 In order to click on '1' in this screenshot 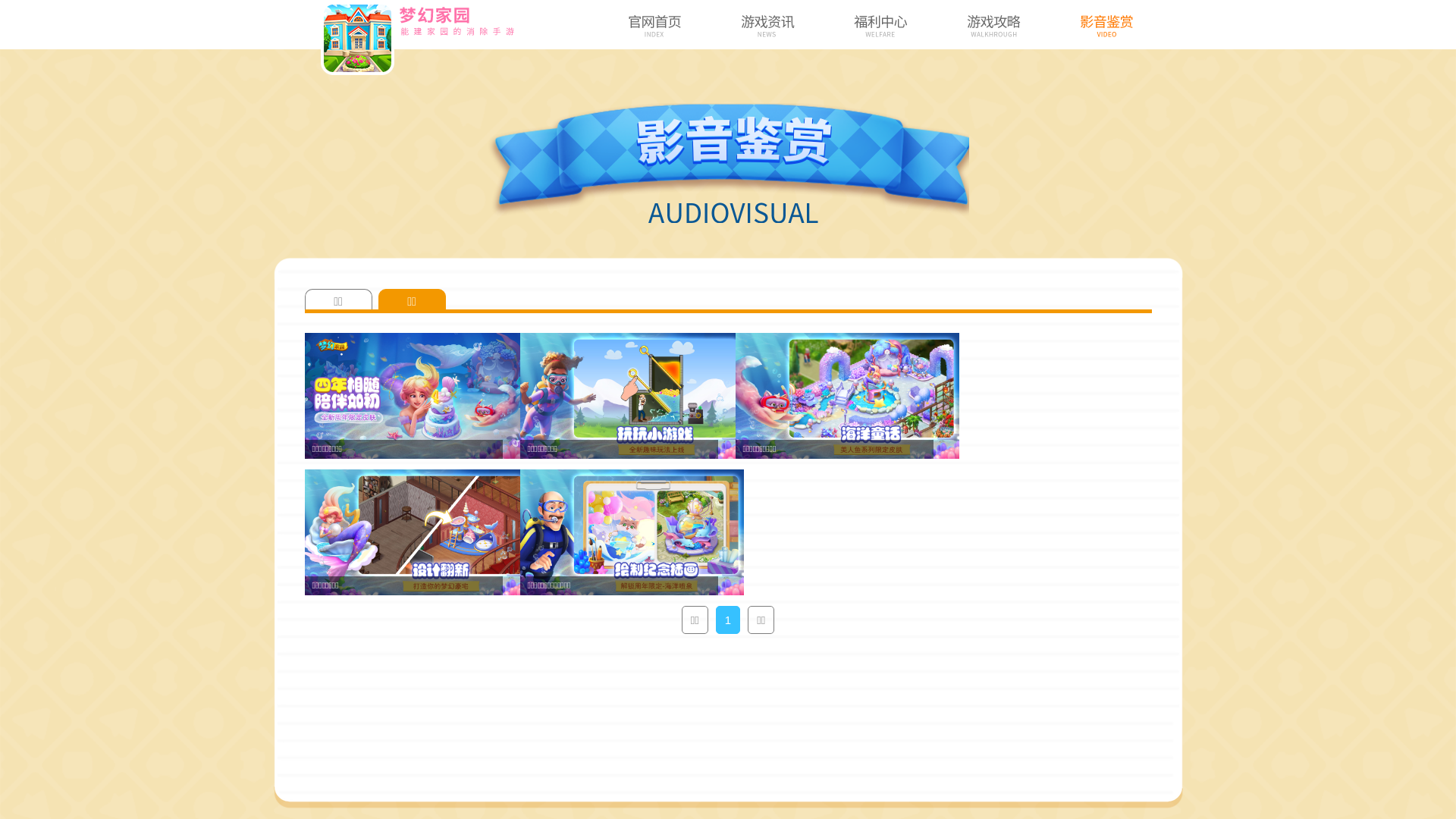, I will do `click(728, 620)`.